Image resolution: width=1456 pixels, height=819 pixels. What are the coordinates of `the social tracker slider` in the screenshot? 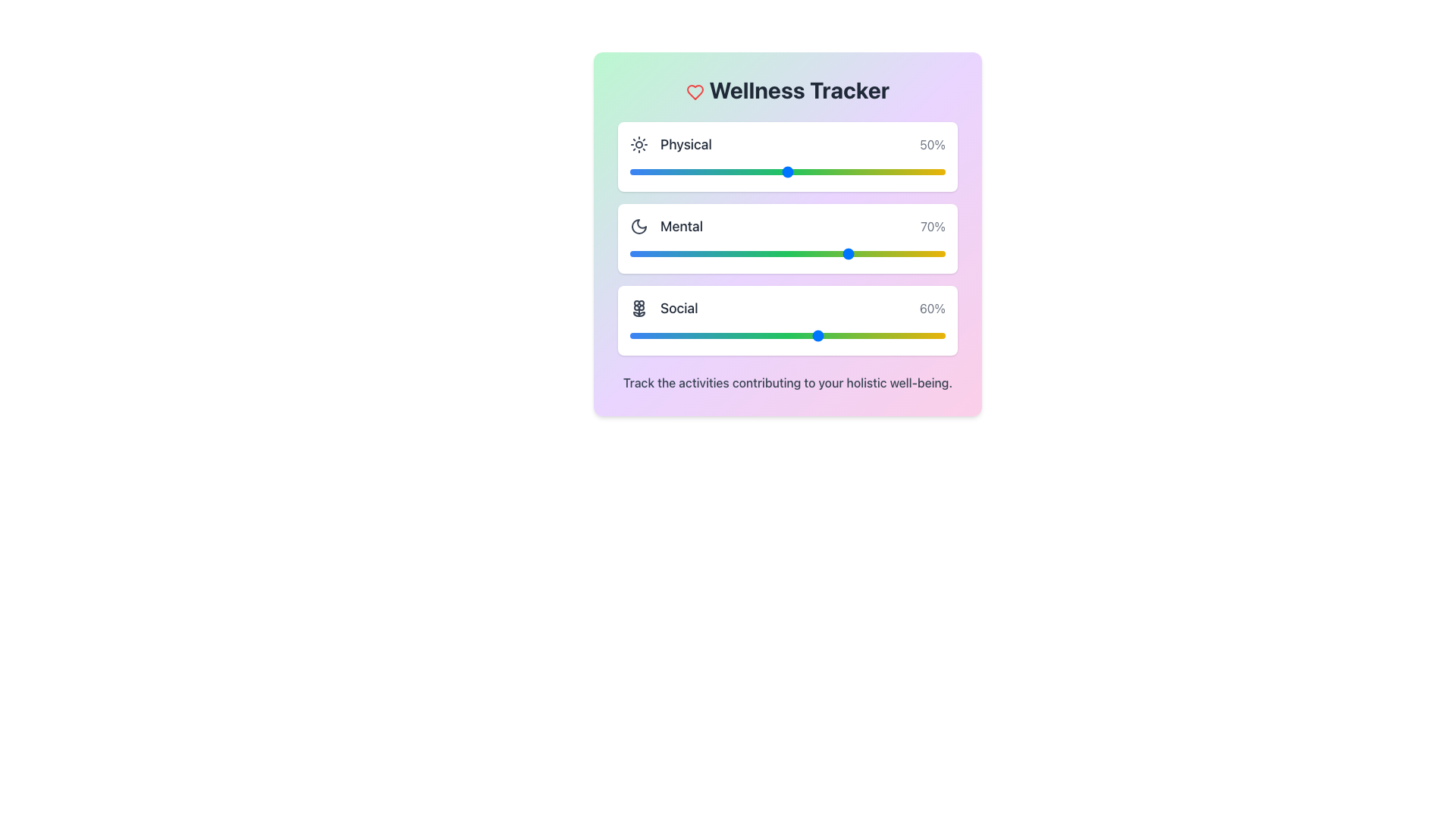 It's located at (682, 335).